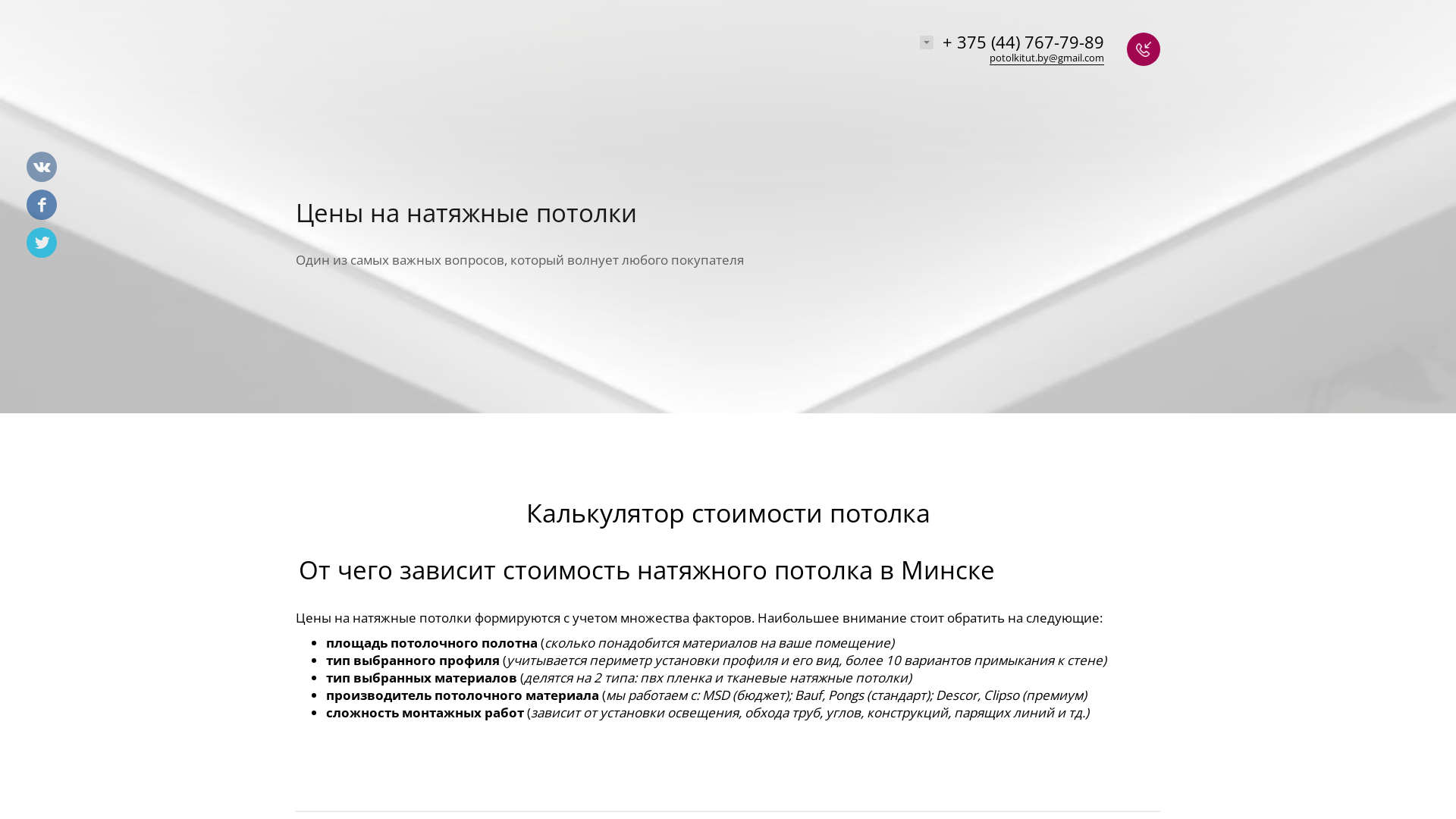 The height and width of the screenshot is (819, 1456). What do you see at coordinates (1023, 40) in the screenshot?
I see `'+ 375 (44) 767-79-89'` at bounding box center [1023, 40].